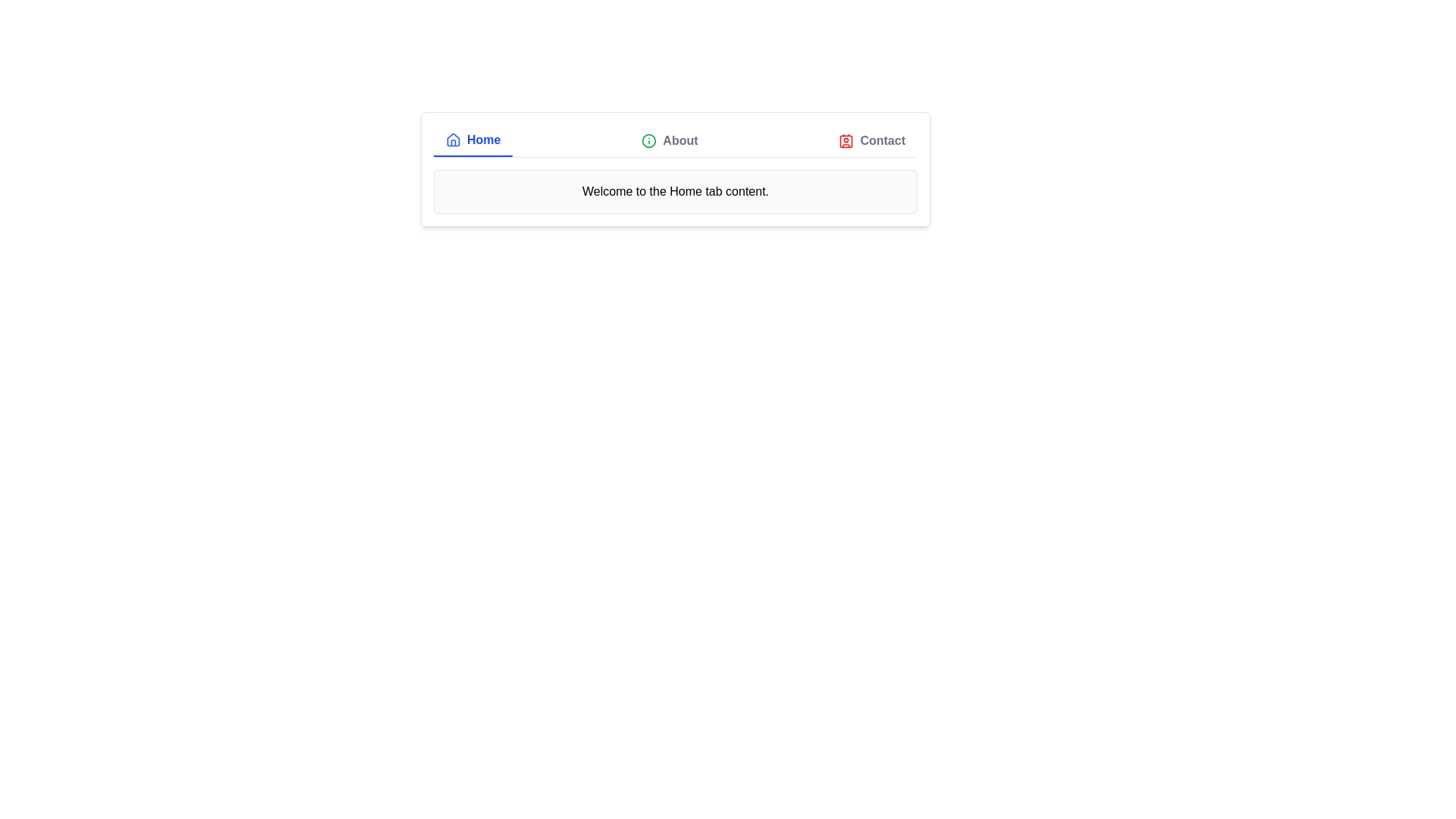 The height and width of the screenshot is (819, 1456). I want to click on the circular green graphical component located in the top navigation bar, representing the about tab, so click(649, 140).